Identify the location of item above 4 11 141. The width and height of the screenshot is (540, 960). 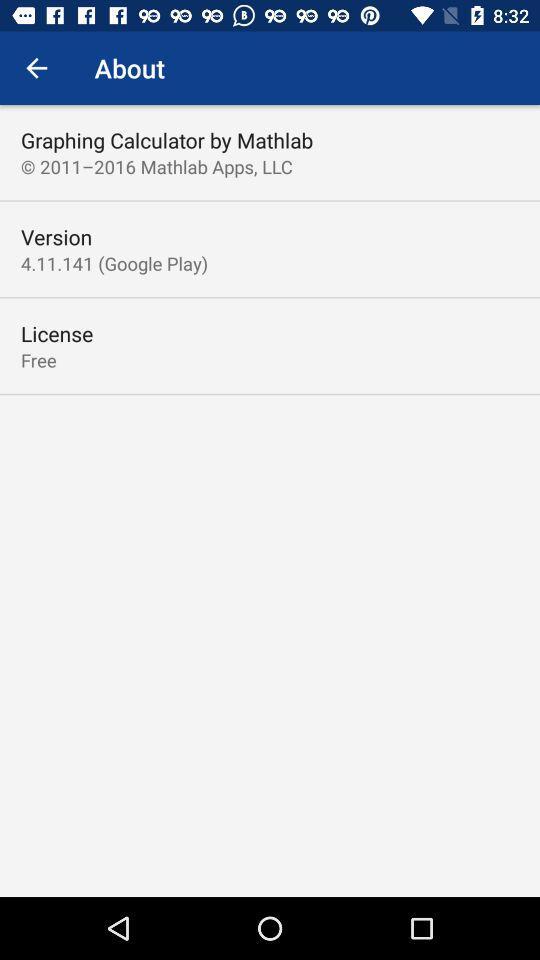
(56, 237).